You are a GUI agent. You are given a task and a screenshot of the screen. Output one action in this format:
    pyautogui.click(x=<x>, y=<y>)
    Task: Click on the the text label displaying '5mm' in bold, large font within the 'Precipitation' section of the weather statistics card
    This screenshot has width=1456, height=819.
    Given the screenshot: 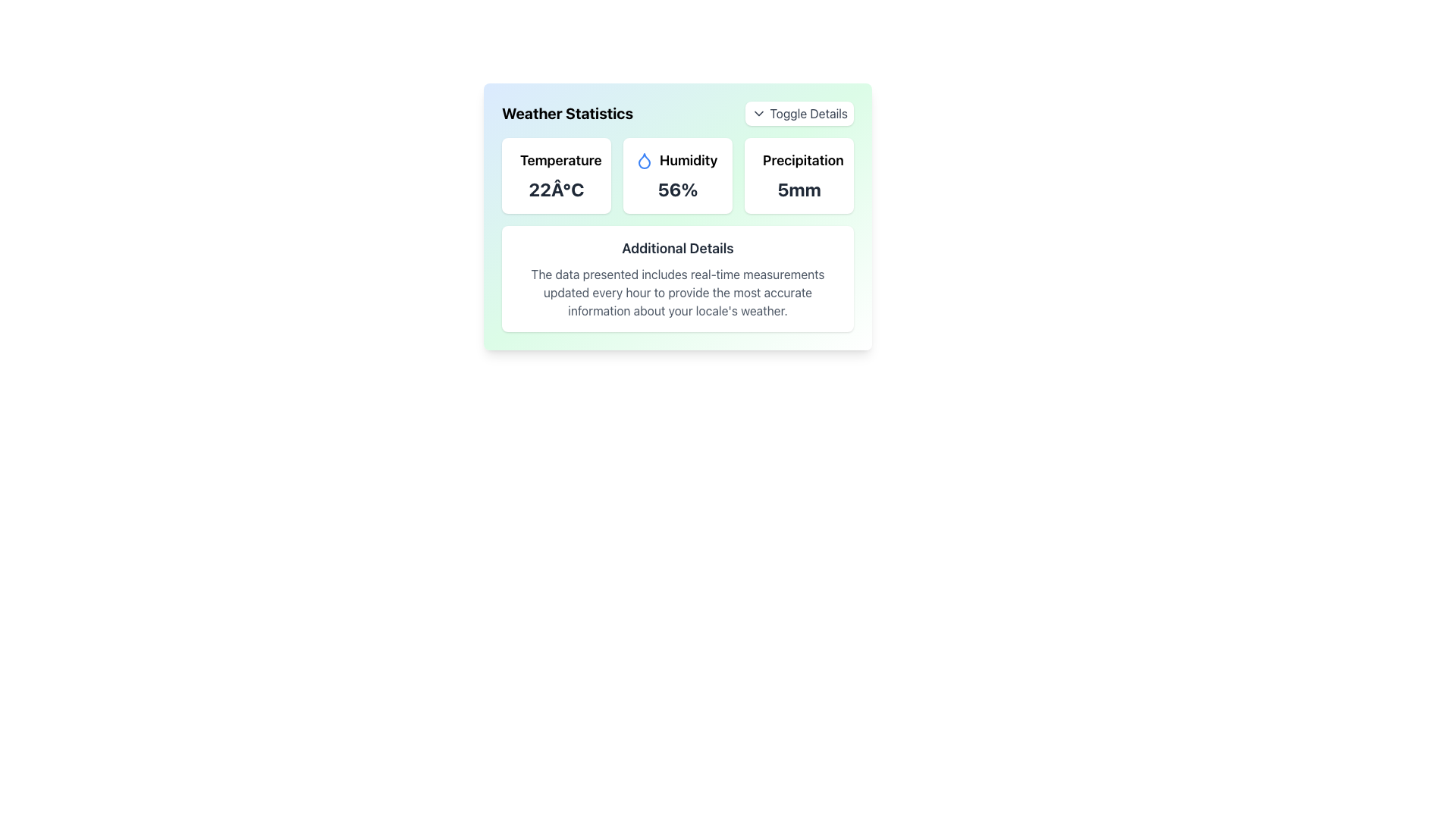 What is the action you would take?
    pyautogui.click(x=799, y=189)
    